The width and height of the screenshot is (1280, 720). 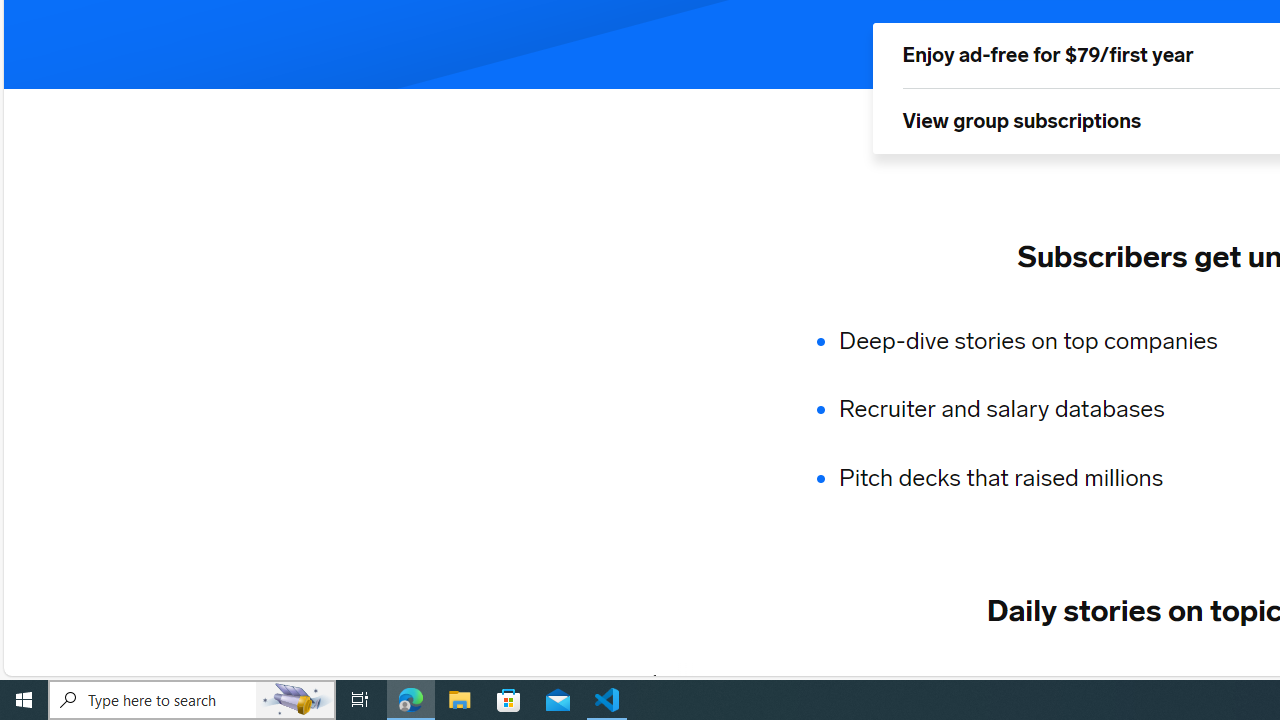 What do you see at coordinates (1040, 478) in the screenshot?
I see `'Pitch decks that raised millions'` at bounding box center [1040, 478].